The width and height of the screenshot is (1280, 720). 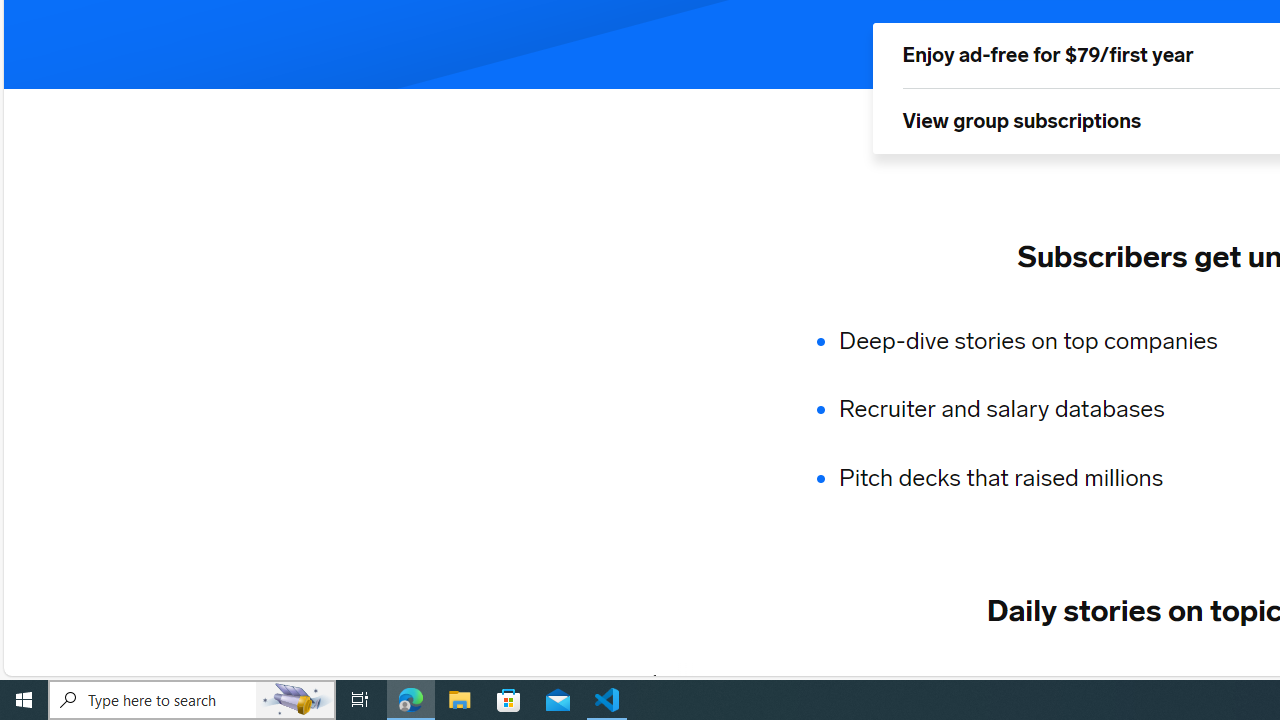 What do you see at coordinates (1040, 478) in the screenshot?
I see `'Pitch decks that raised millions'` at bounding box center [1040, 478].